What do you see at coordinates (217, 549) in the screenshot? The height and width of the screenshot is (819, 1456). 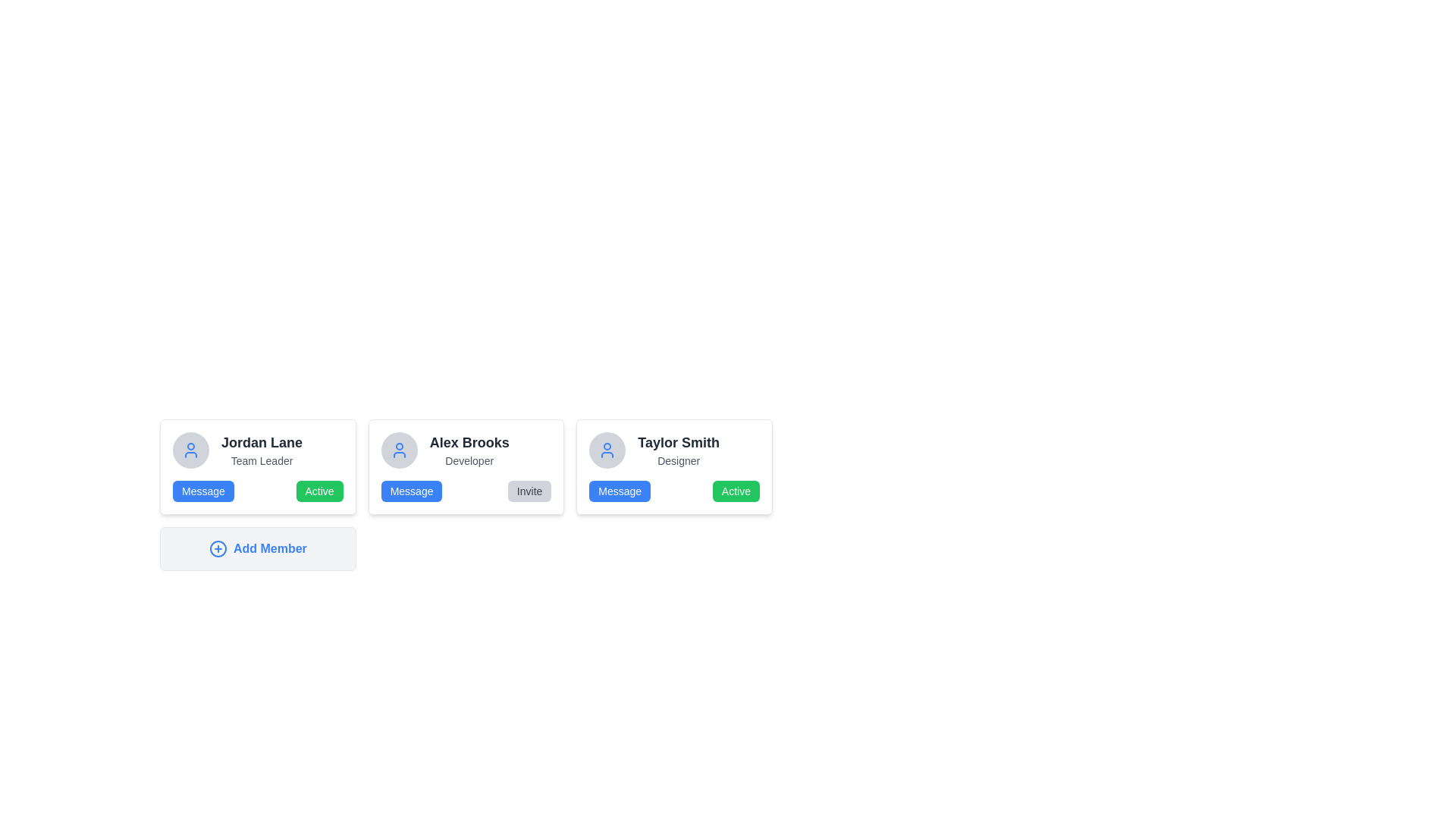 I see `the decorative SVG circle that visually represents the functionality to add a member, located just above the 'Add Member' button` at bounding box center [217, 549].